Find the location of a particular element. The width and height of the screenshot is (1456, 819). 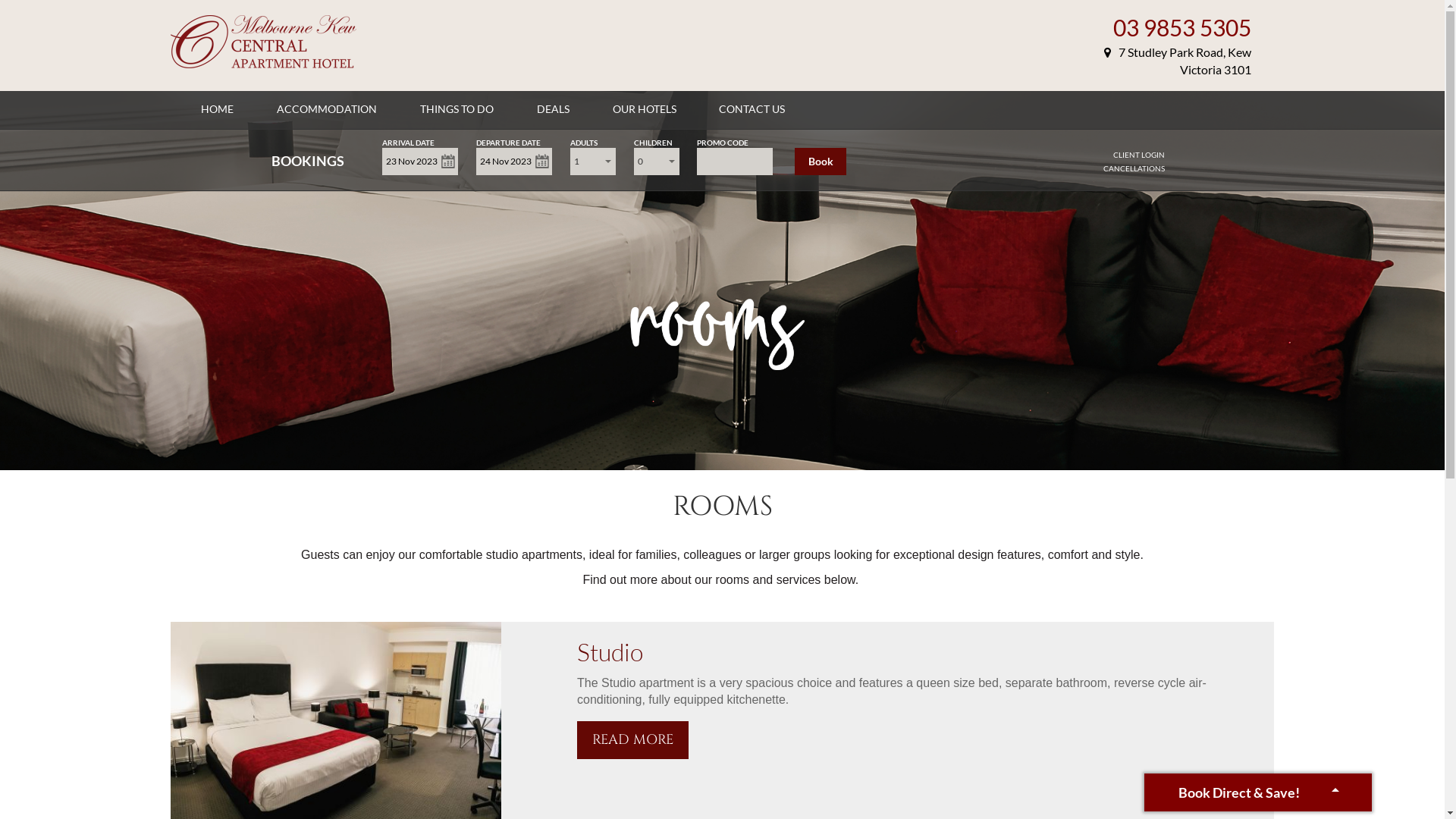

'READ MORE' is located at coordinates (632, 739).